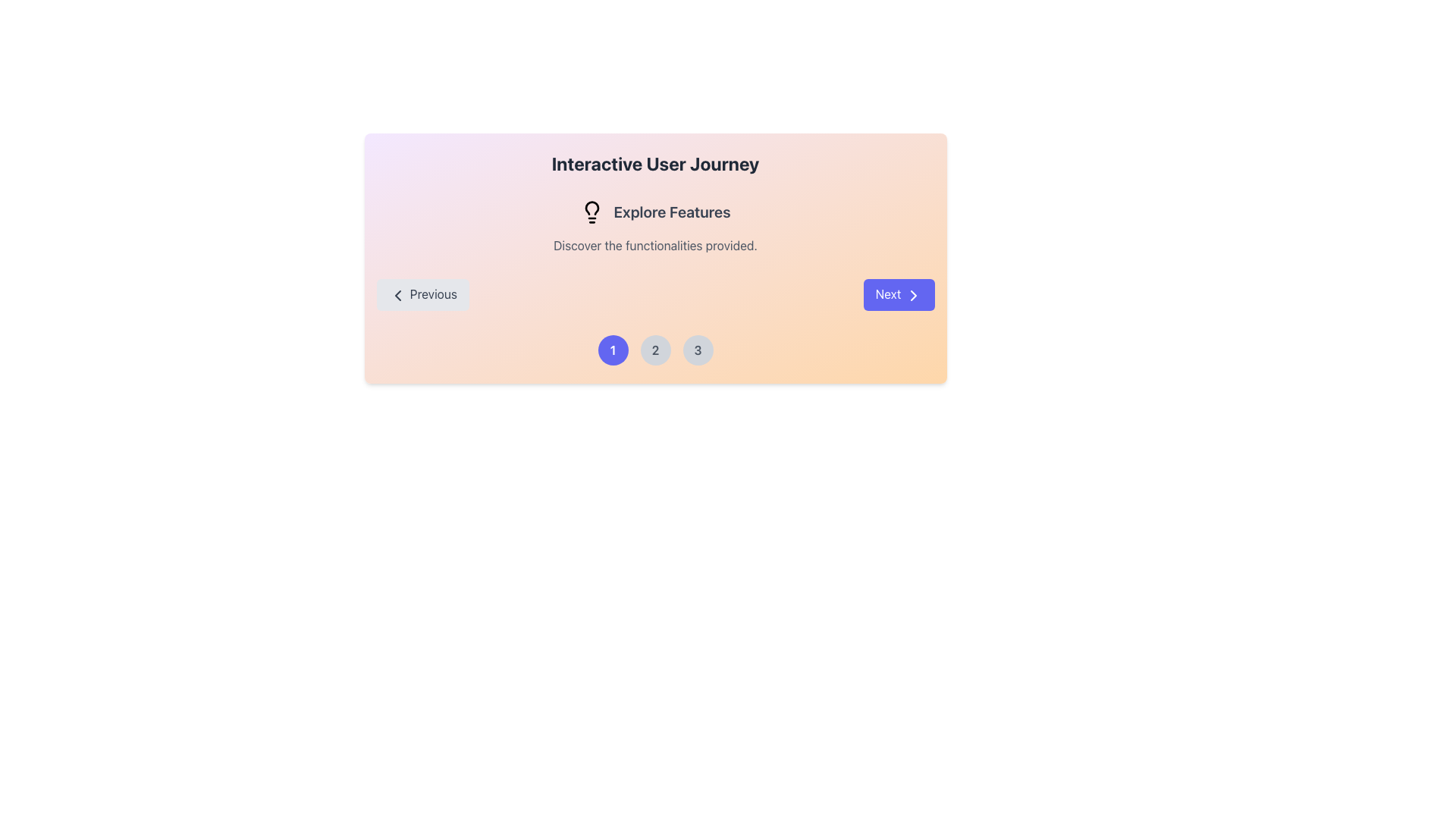  What do you see at coordinates (422, 294) in the screenshot?
I see `the 'Previous' button with a leftward chevron icon` at bounding box center [422, 294].